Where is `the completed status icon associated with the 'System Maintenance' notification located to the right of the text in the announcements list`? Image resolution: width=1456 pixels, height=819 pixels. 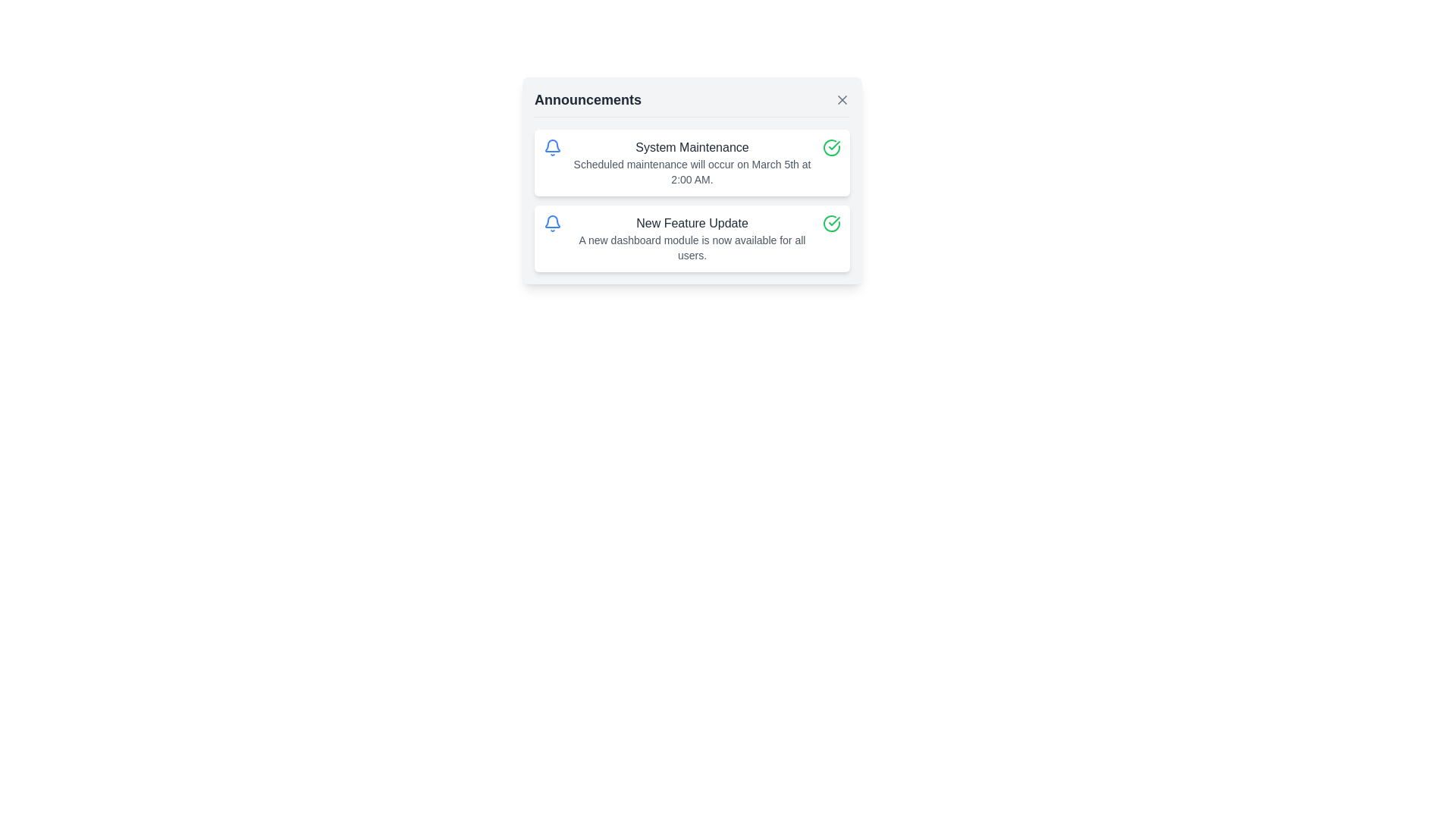
the completed status icon associated with the 'System Maintenance' notification located to the right of the text in the announcements list is located at coordinates (833, 221).